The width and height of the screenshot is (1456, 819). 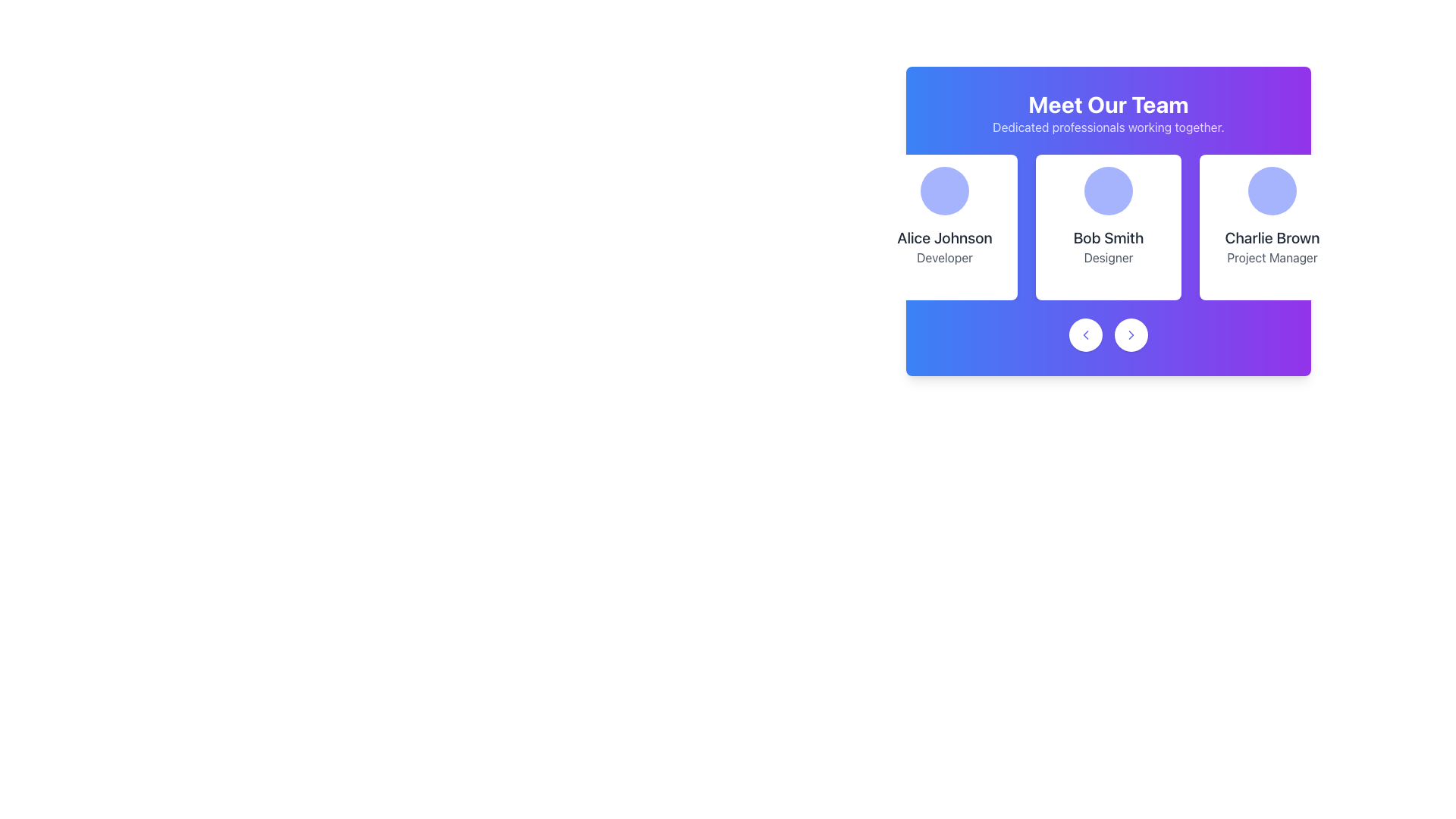 I want to click on the circular light indigo avatar element located at the top center of the card displaying 'Bob Smith Designer', so click(x=1109, y=190).